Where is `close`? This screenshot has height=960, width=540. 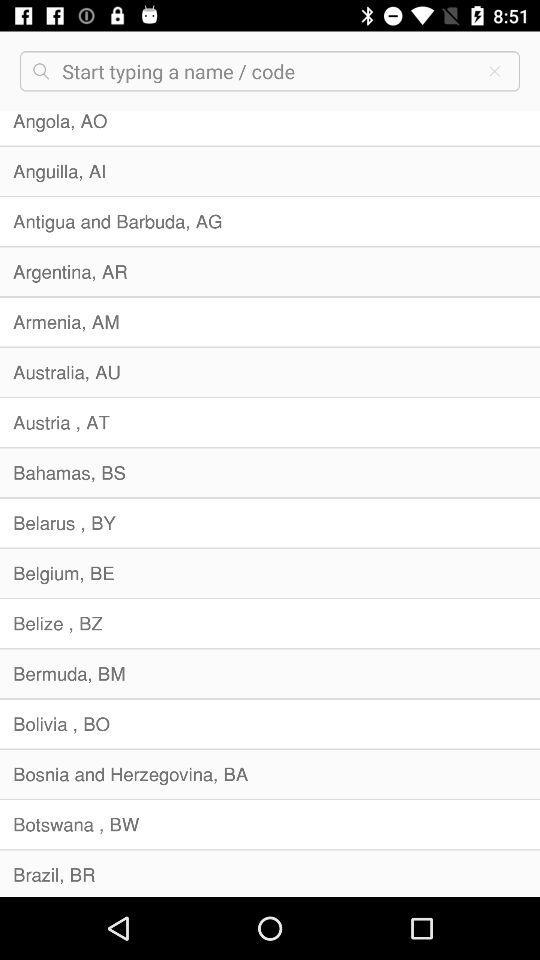
close is located at coordinates (493, 71).